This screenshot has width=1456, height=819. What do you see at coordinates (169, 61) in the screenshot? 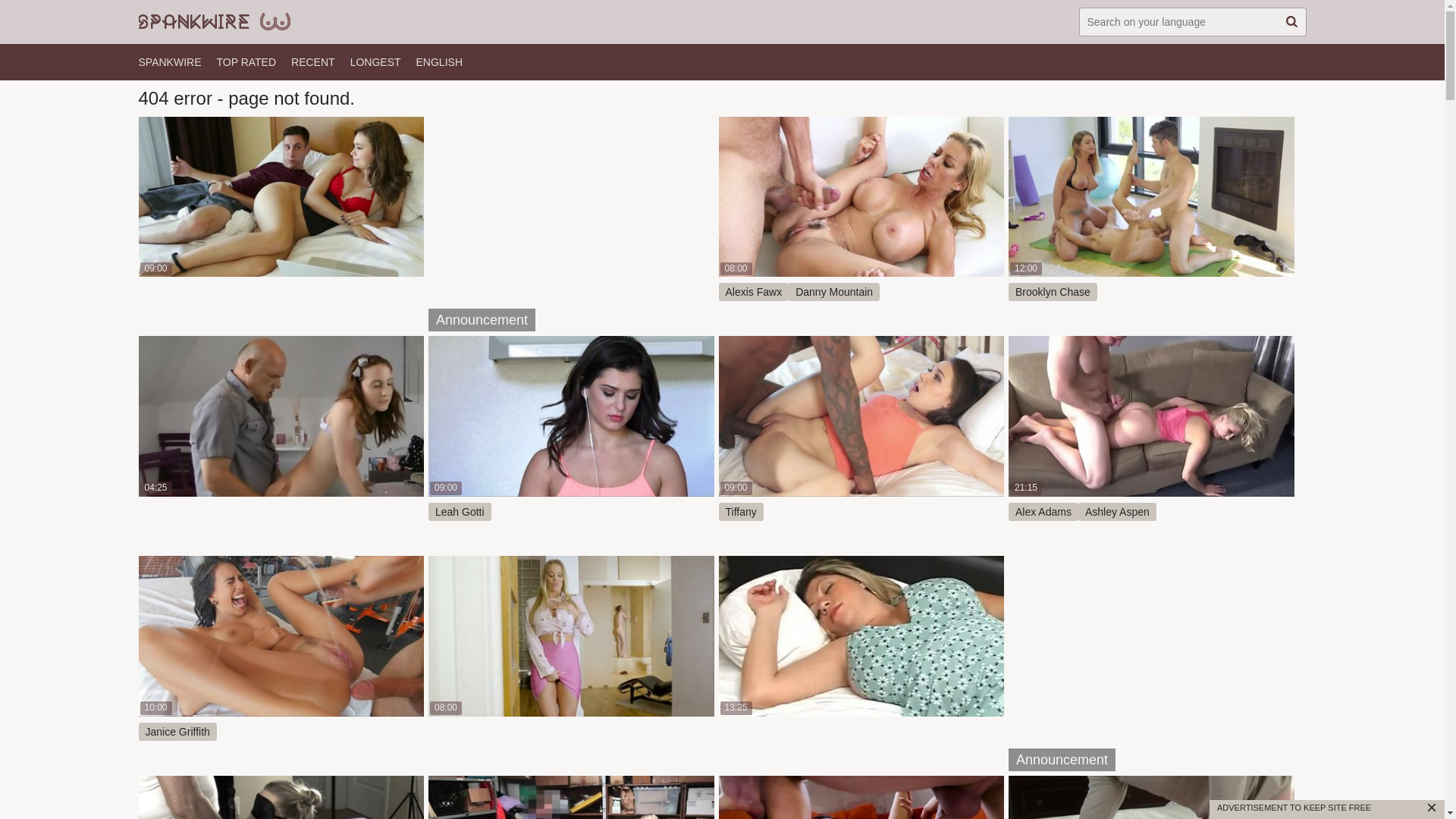
I see `'SPANKWIRE'` at bounding box center [169, 61].